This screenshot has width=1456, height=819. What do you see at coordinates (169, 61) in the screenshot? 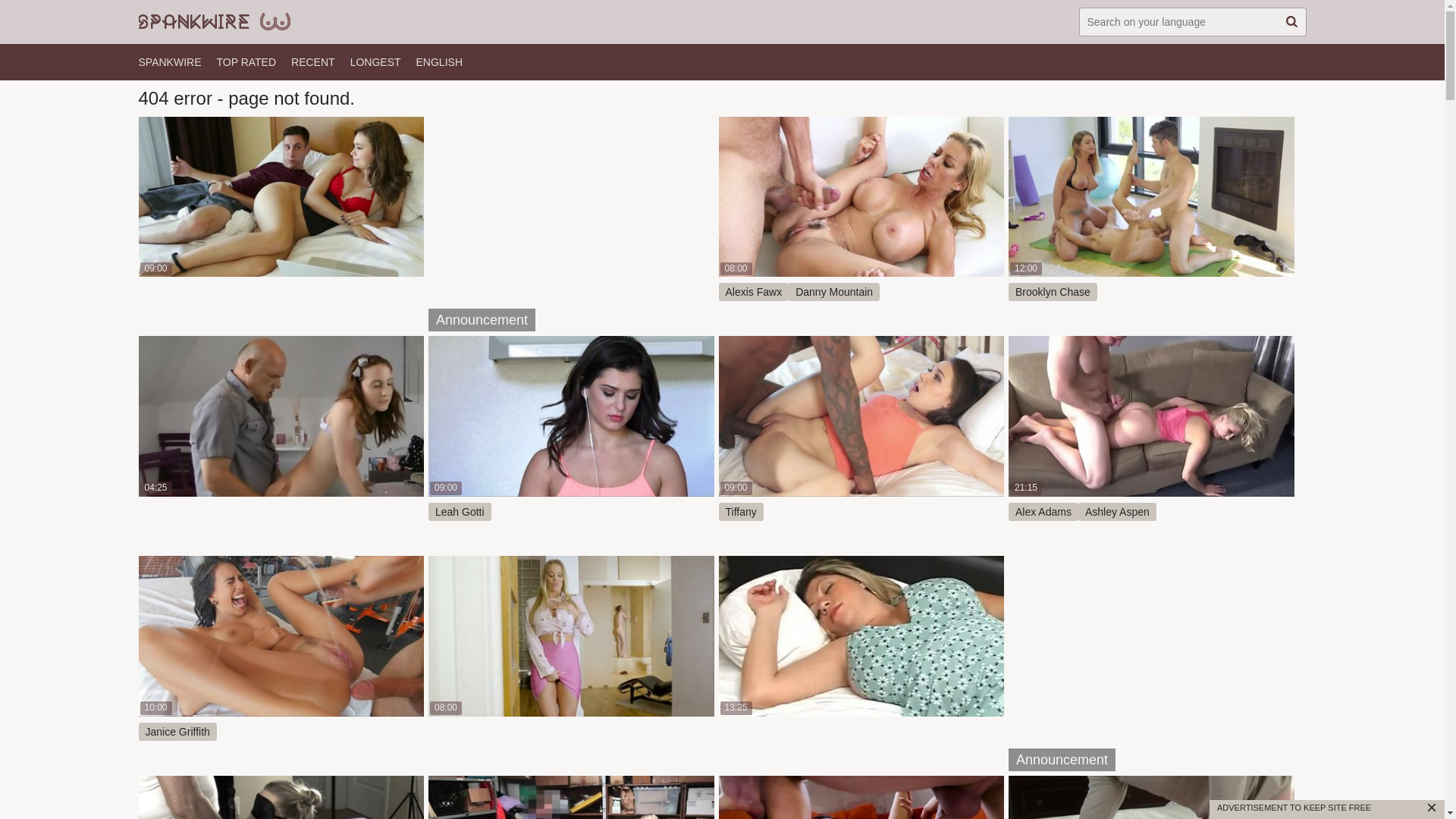
I see `'SPANKWIRE'` at bounding box center [169, 61].